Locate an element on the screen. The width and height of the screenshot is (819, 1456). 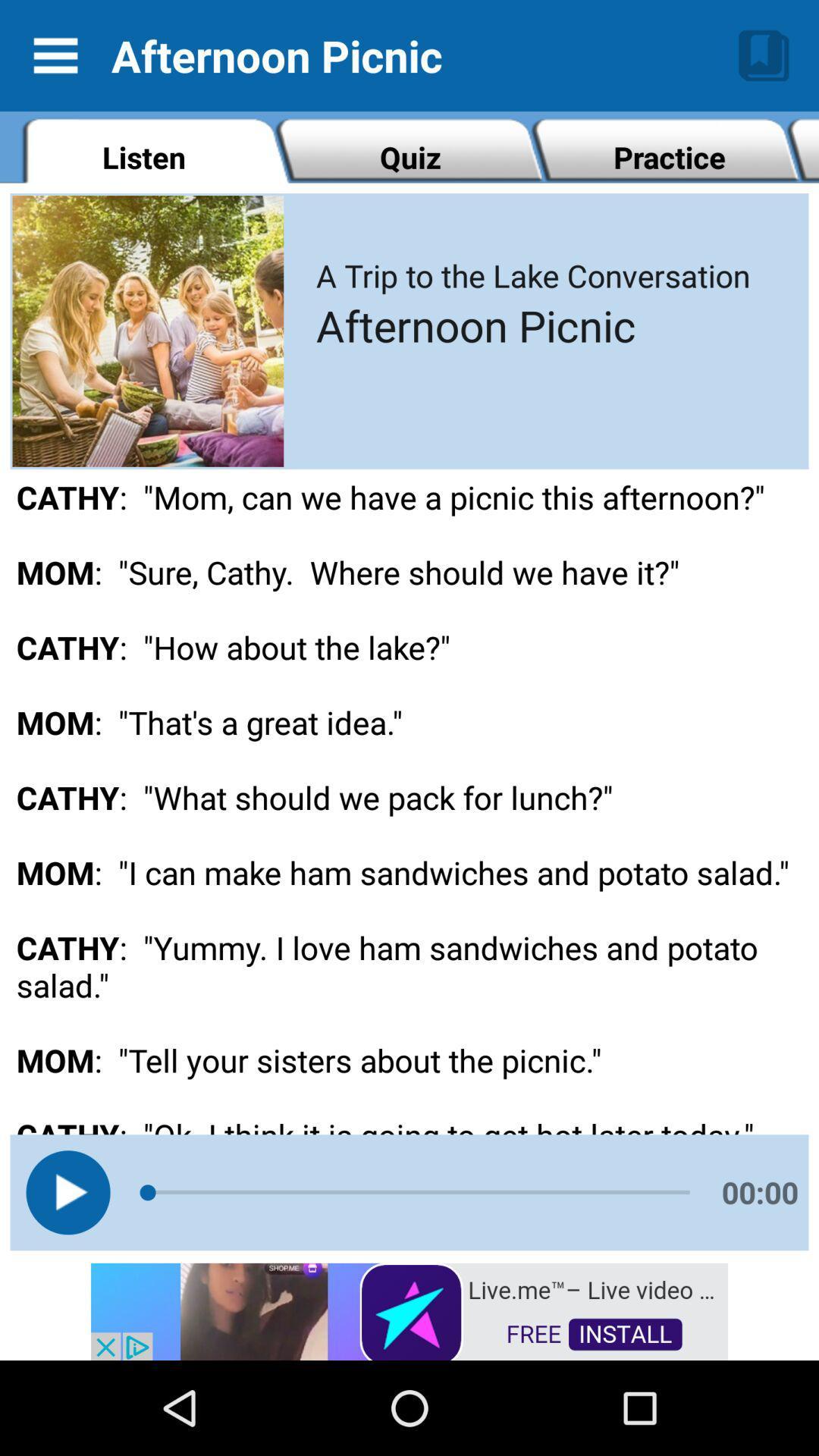
audio is located at coordinates (67, 1191).